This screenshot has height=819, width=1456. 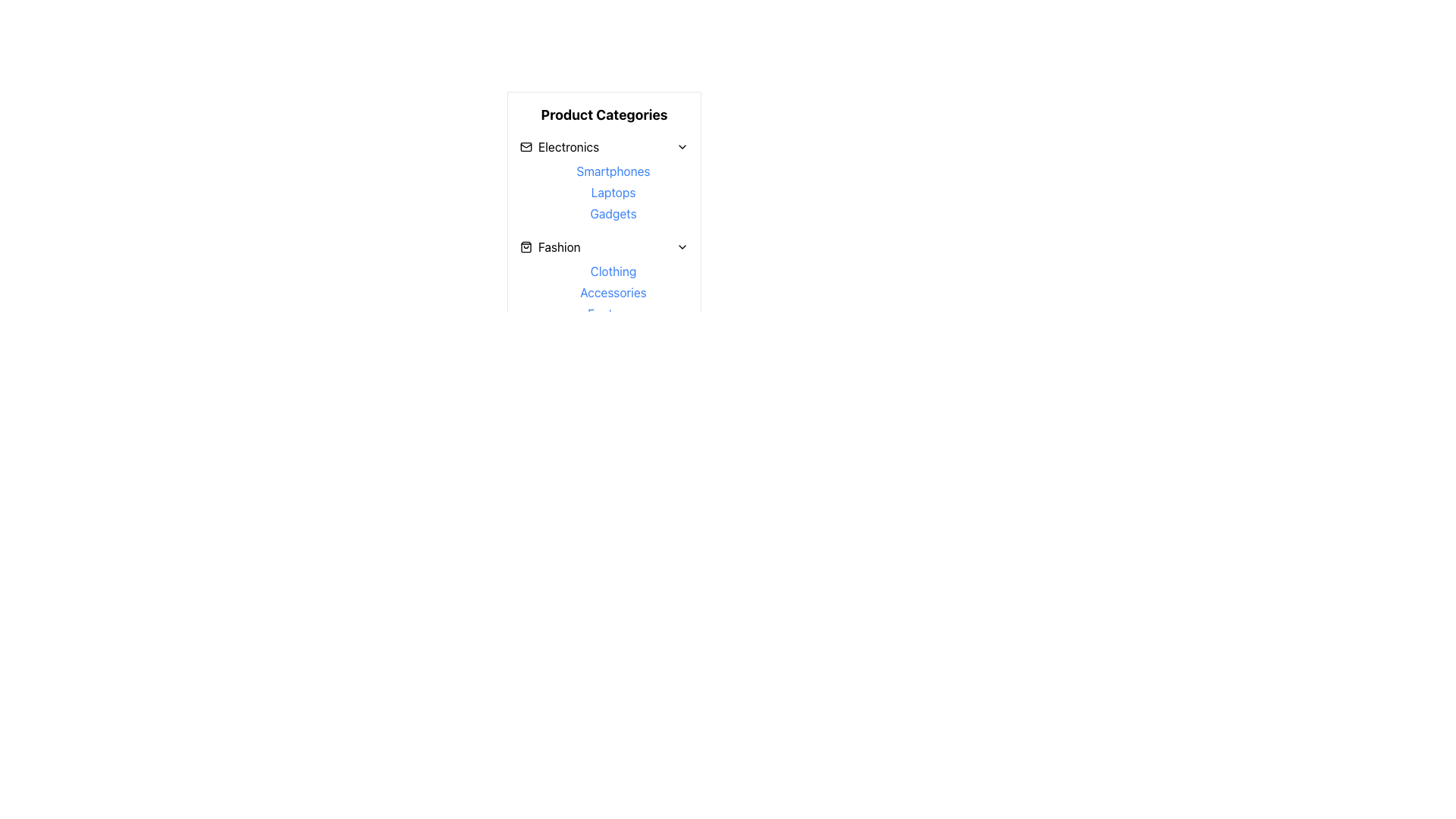 What do you see at coordinates (613, 213) in the screenshot?
I see `the 'Gadgets' text link, which is the third item under the 'Electronics' section` at bounding box center [613, 213].